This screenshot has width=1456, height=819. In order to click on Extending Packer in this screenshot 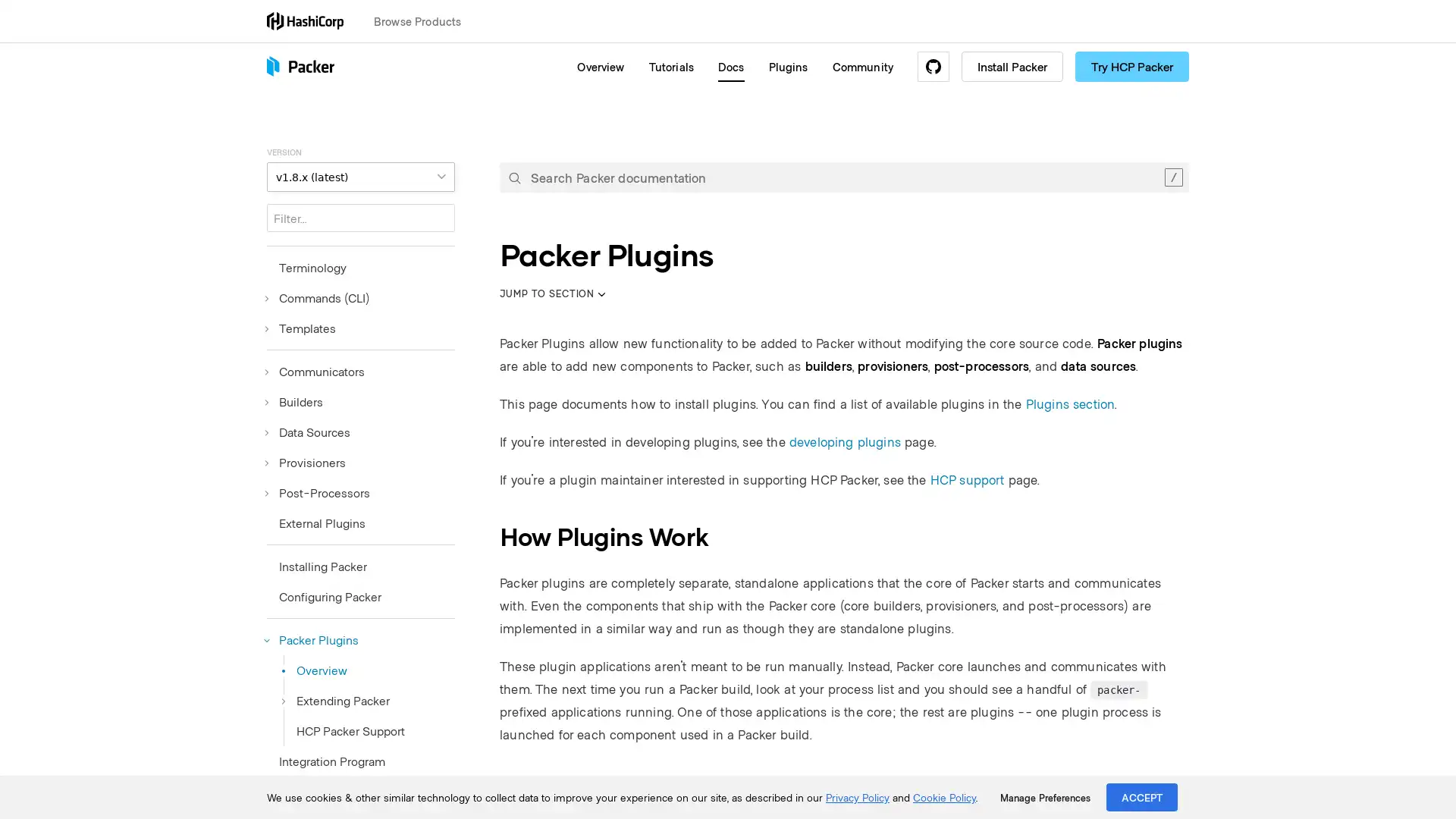, I will do `click(335, 701)`.